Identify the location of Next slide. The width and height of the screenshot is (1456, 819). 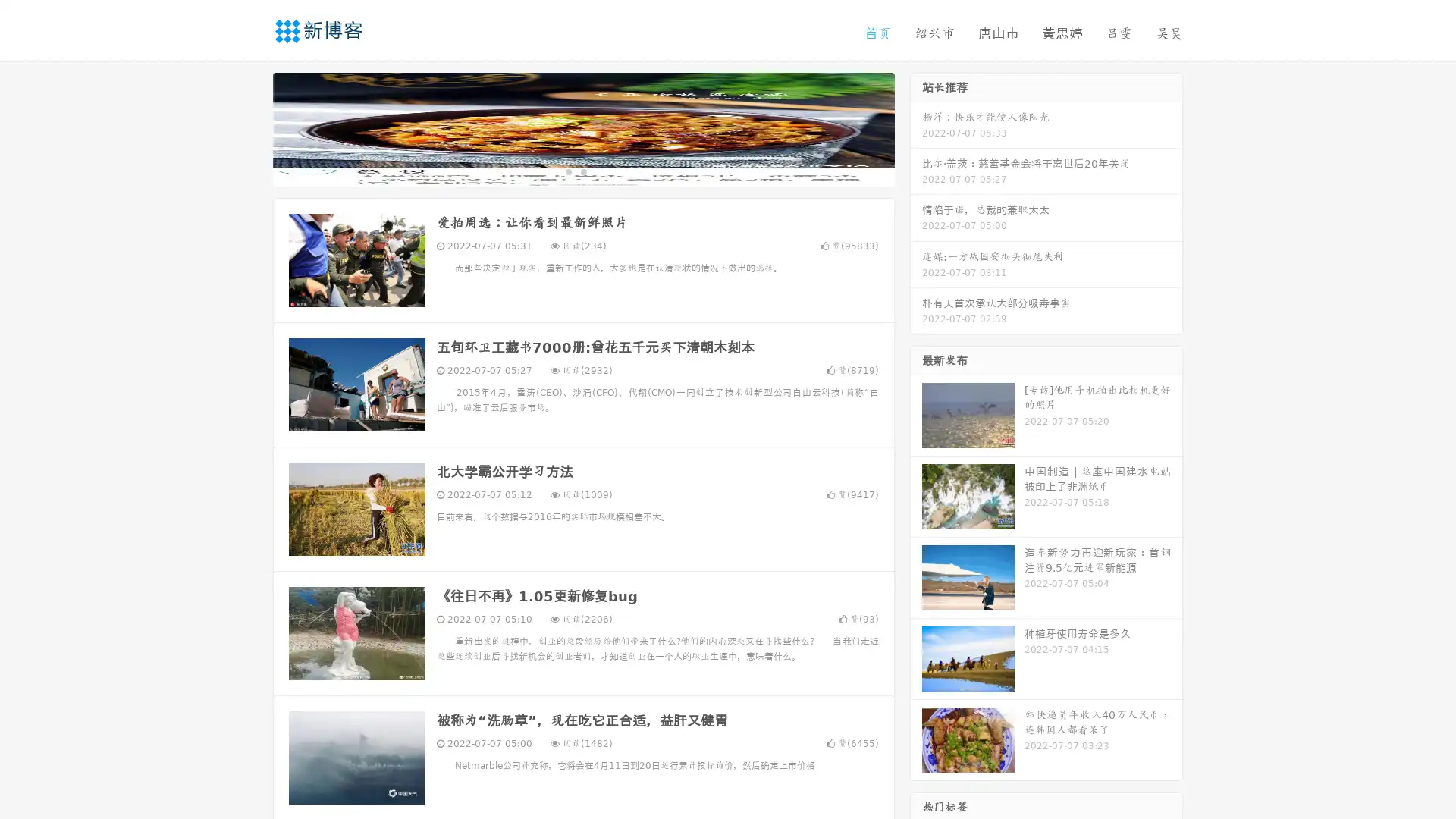
(916, 127).